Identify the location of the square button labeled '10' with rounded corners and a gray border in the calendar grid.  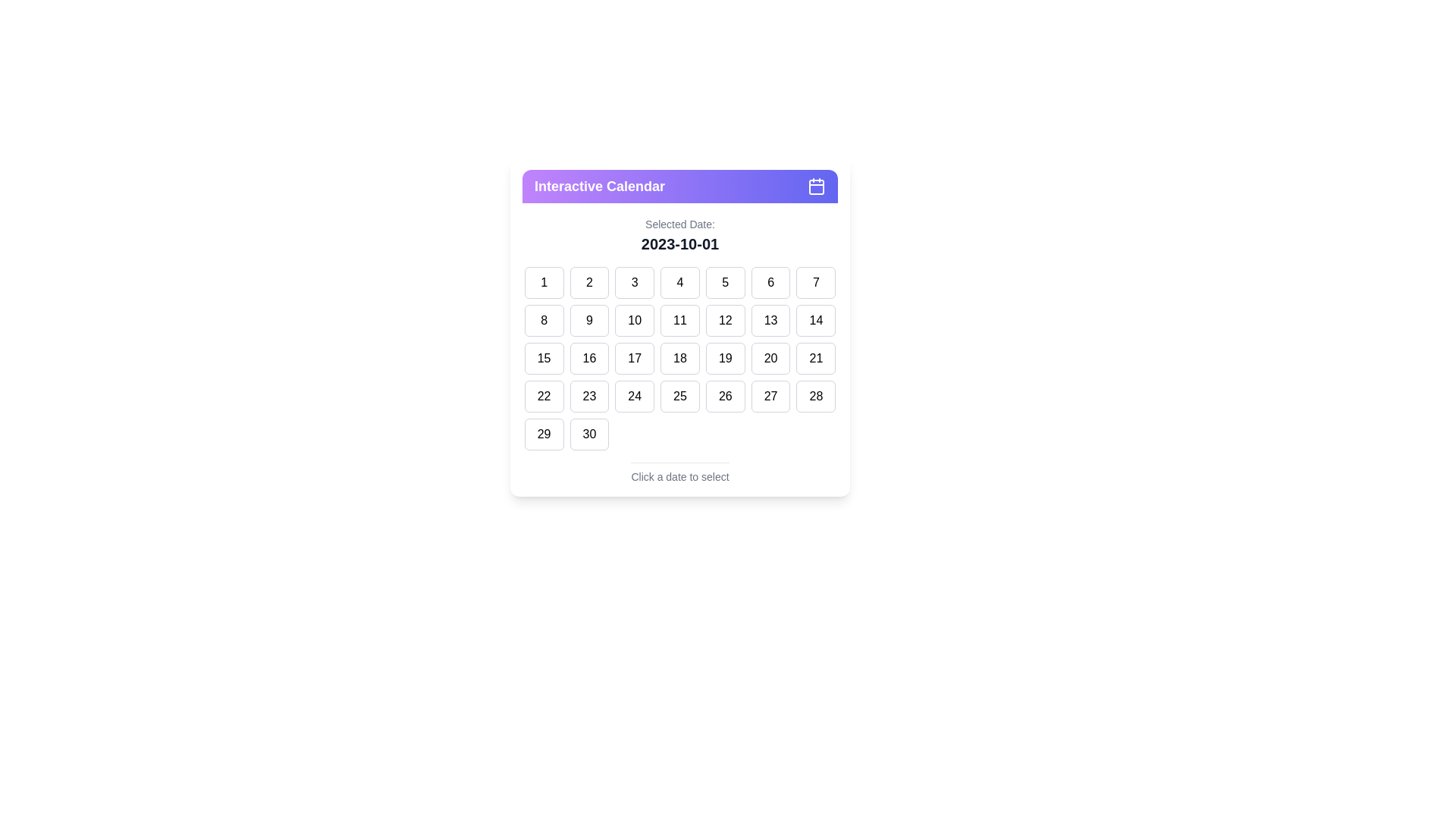
(635, 320).